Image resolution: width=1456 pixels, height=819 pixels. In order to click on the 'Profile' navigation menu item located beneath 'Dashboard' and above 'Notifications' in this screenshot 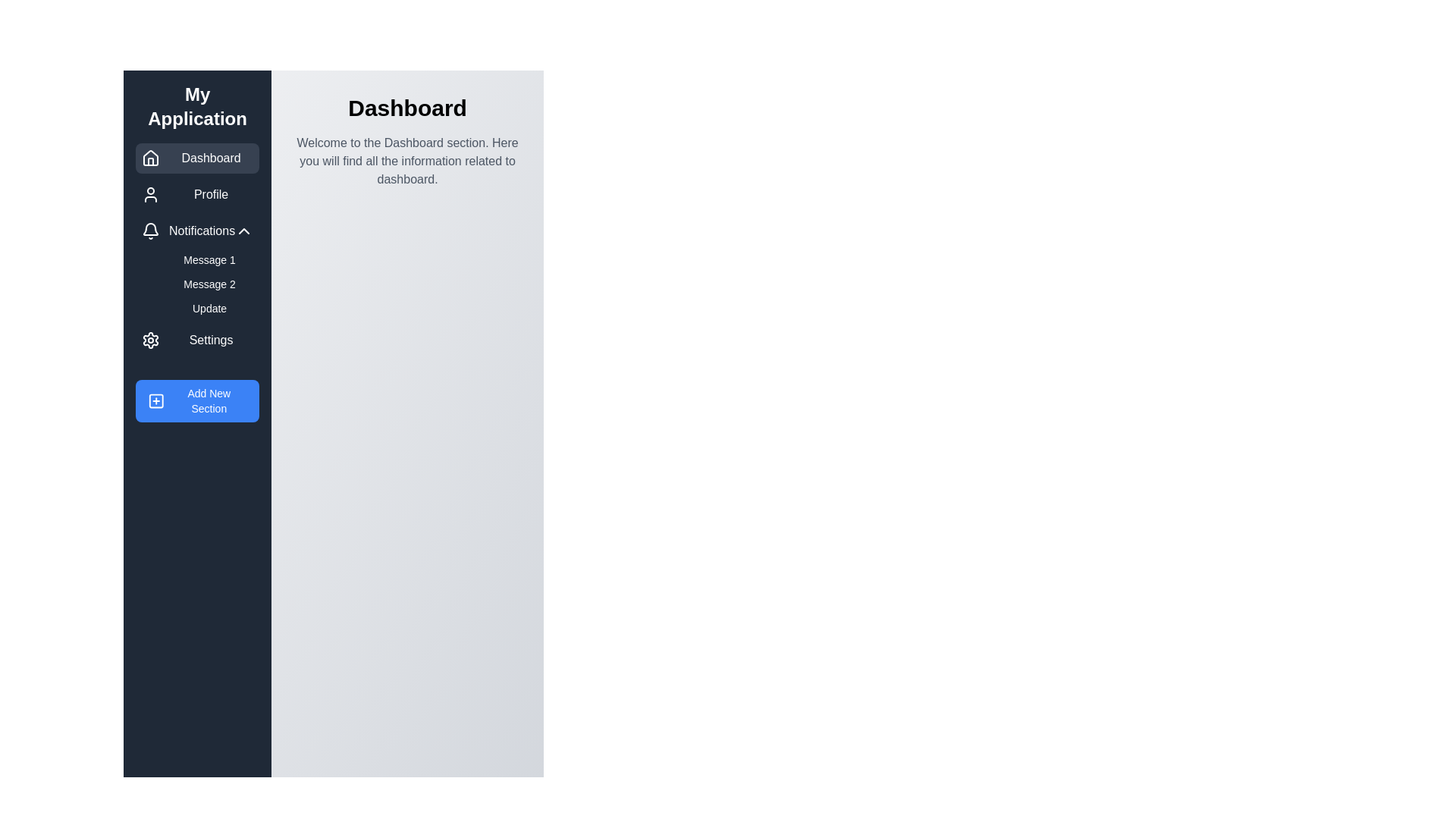, I will do `click(196, 194)`.